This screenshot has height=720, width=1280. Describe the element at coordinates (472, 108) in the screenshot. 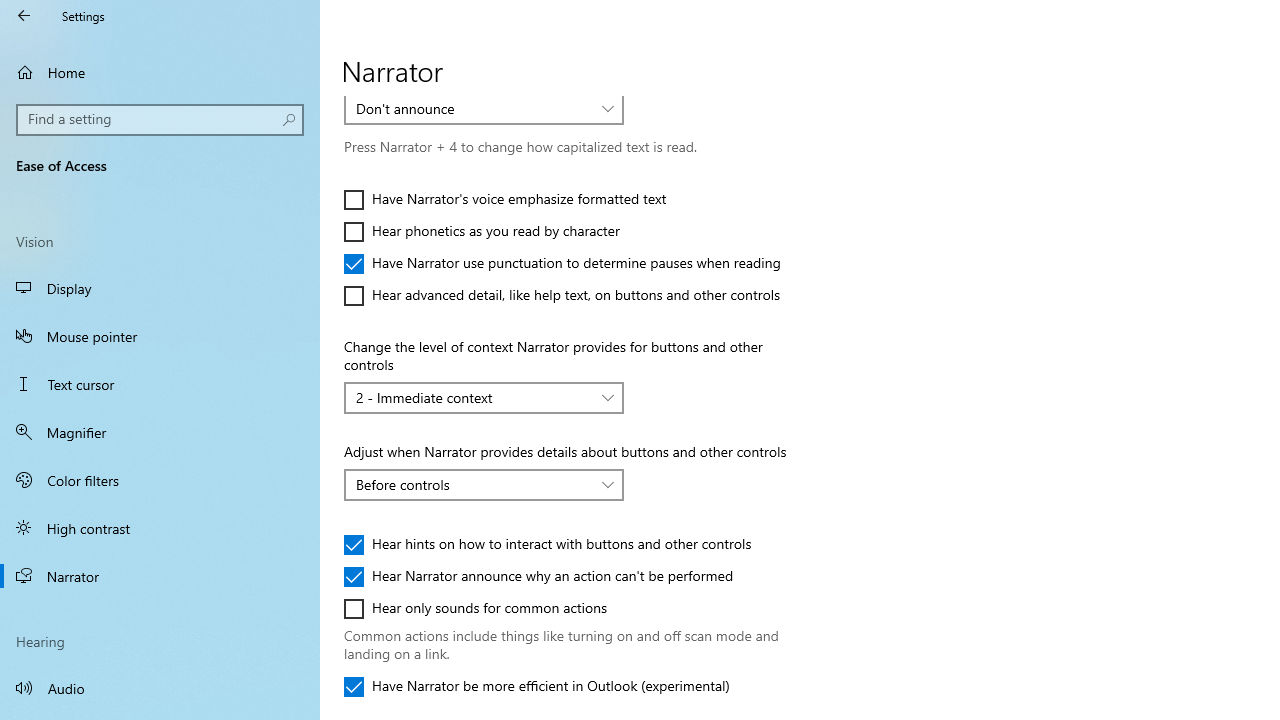

I see `'Don'` at that location.